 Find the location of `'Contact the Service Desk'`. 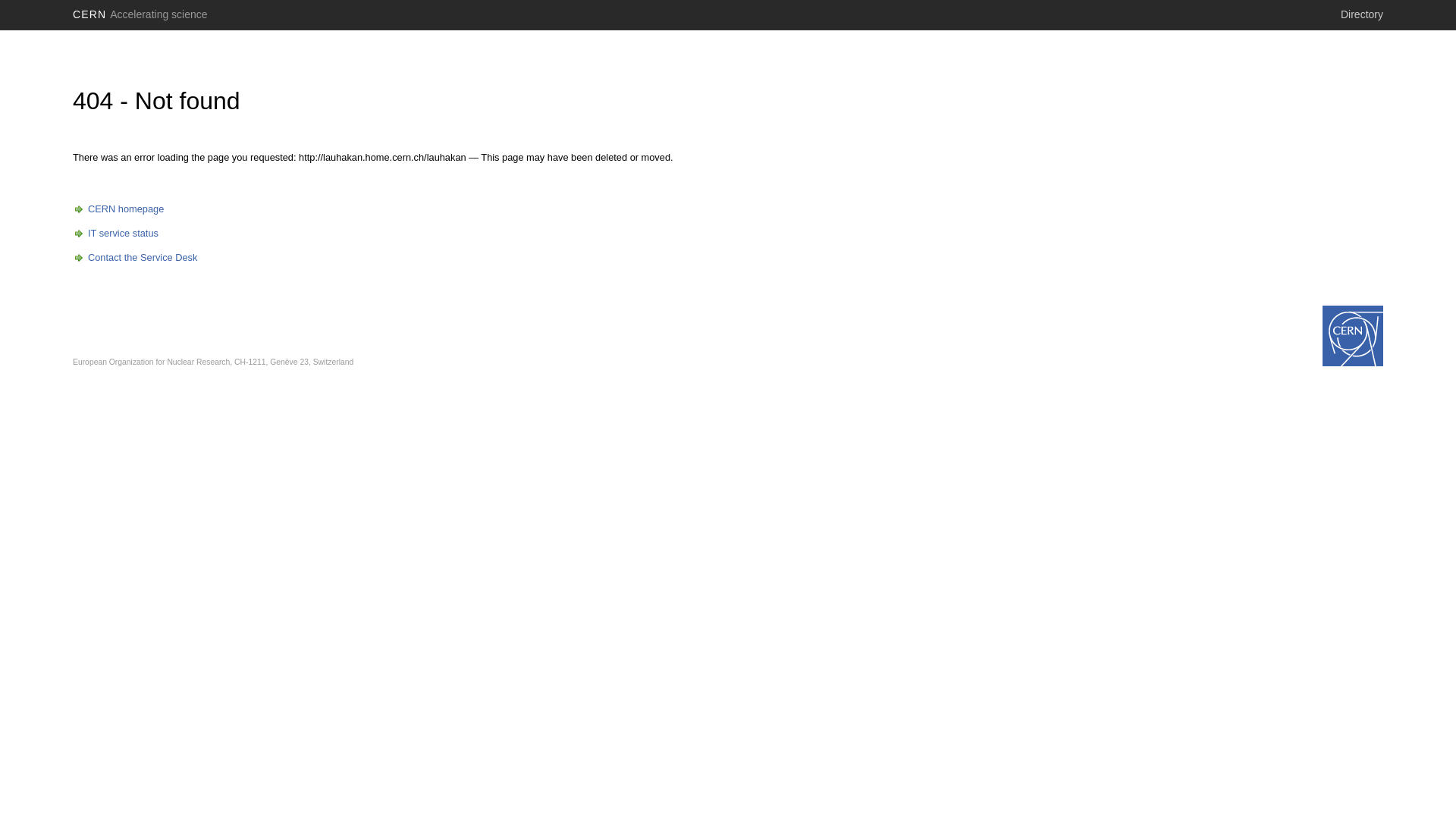

'Contact the Service Desk' is located at coordinates (134, 256).